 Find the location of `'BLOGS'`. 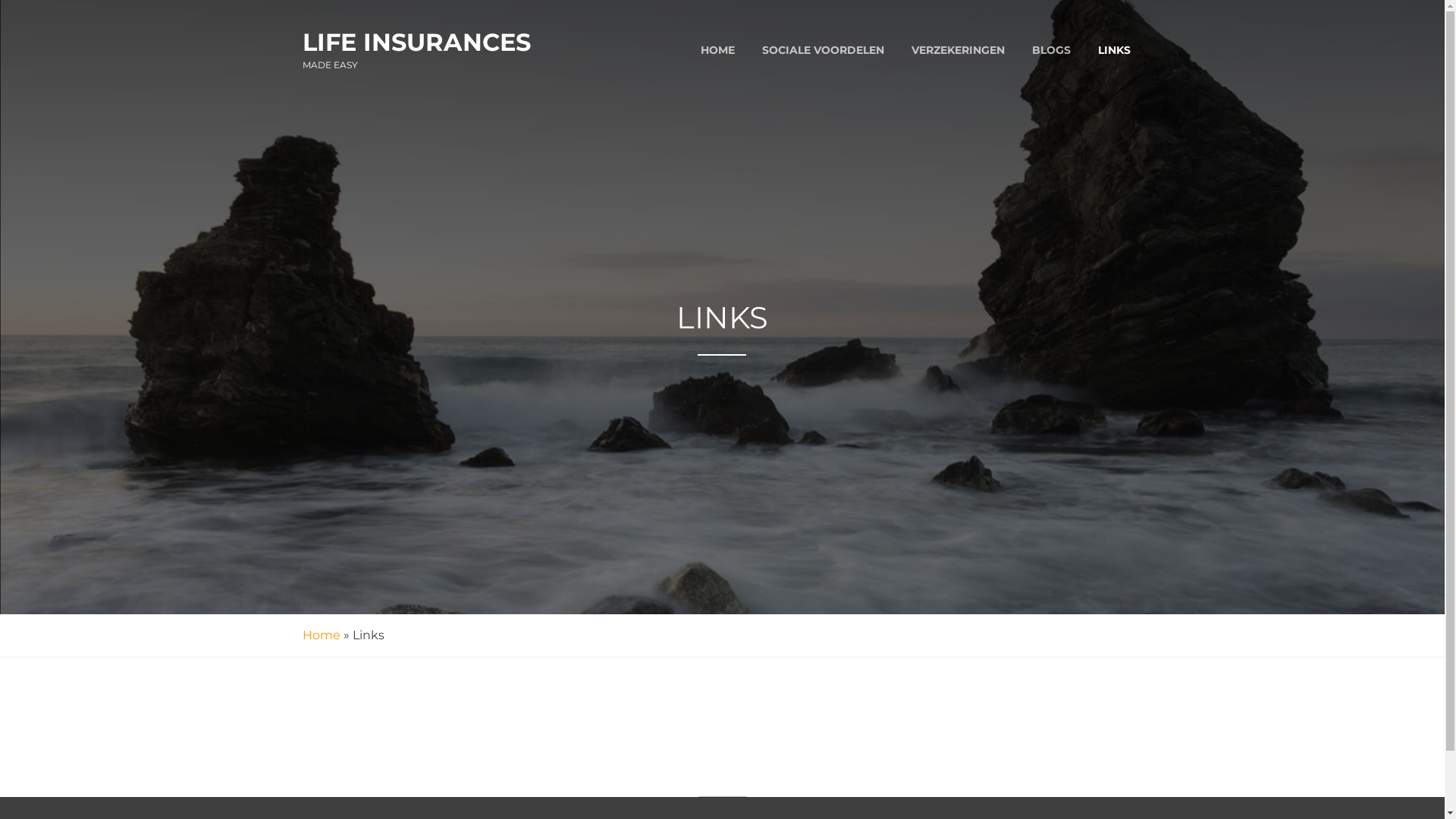

'BLOGS' is located at coordinates (1050, 49).